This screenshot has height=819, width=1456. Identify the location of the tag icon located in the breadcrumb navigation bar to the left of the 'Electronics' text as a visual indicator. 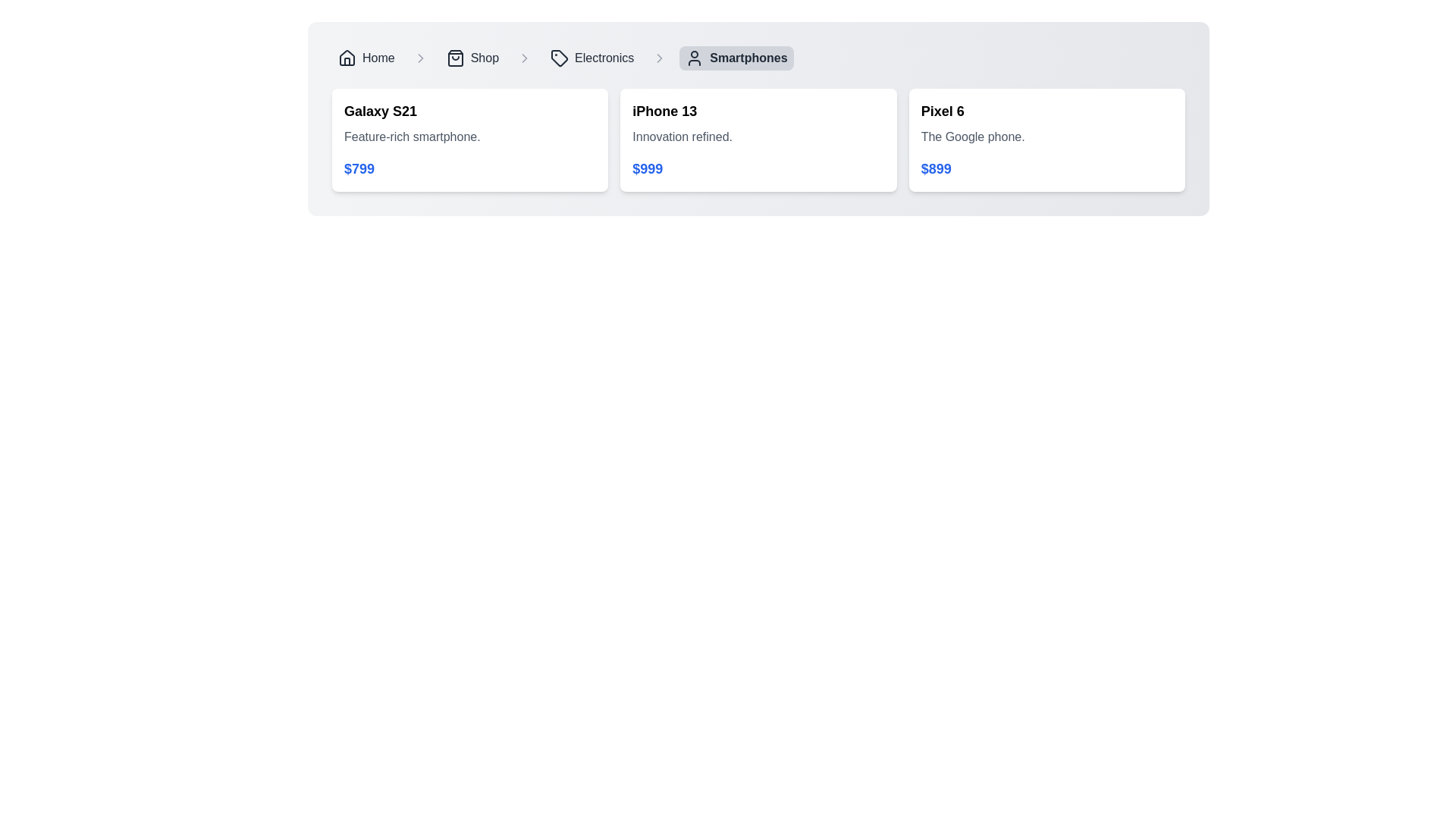
(559, 58).